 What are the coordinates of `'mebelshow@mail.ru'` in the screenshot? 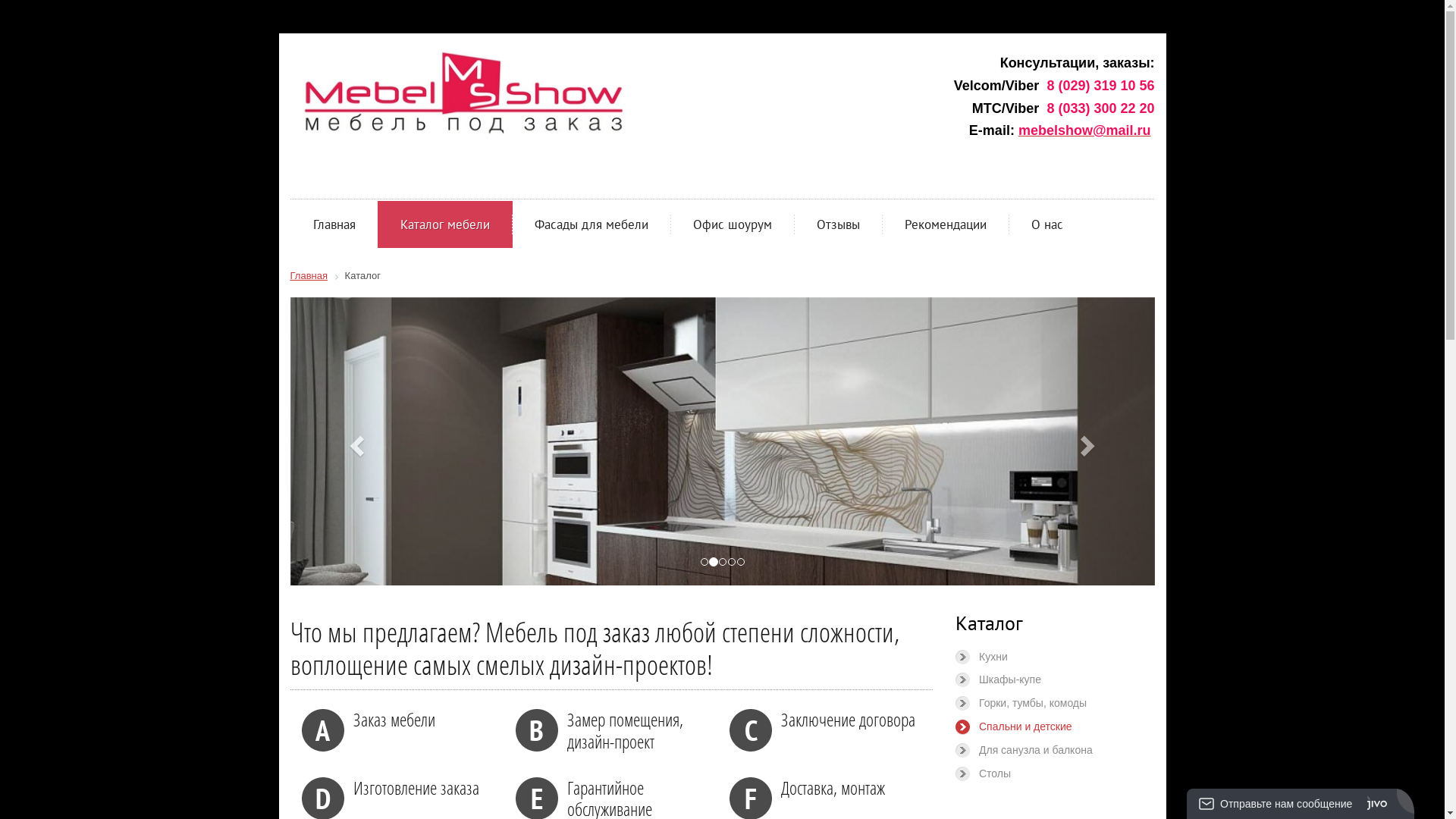 It's located at (1084, 130).